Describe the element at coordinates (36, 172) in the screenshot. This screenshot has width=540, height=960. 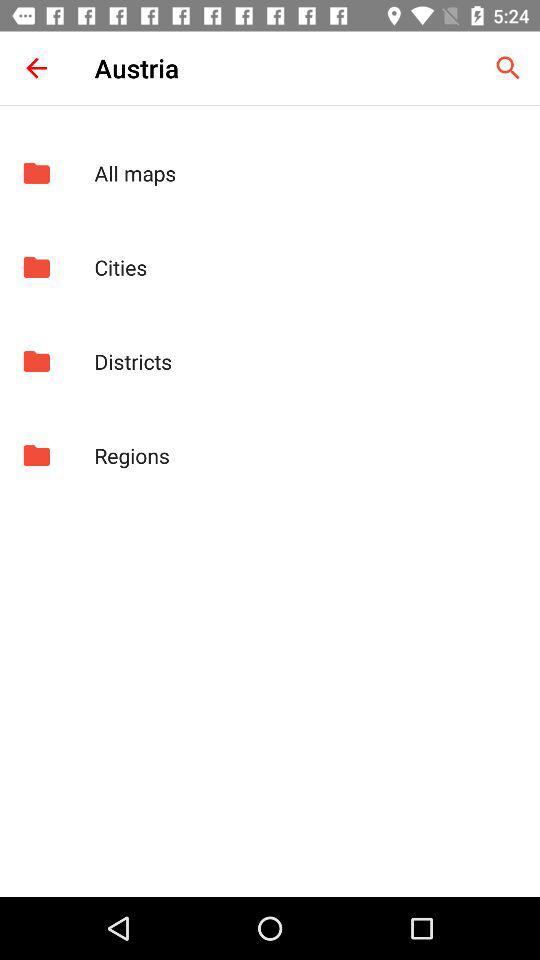
I see `the icon to the left of the all maps item` at that location.